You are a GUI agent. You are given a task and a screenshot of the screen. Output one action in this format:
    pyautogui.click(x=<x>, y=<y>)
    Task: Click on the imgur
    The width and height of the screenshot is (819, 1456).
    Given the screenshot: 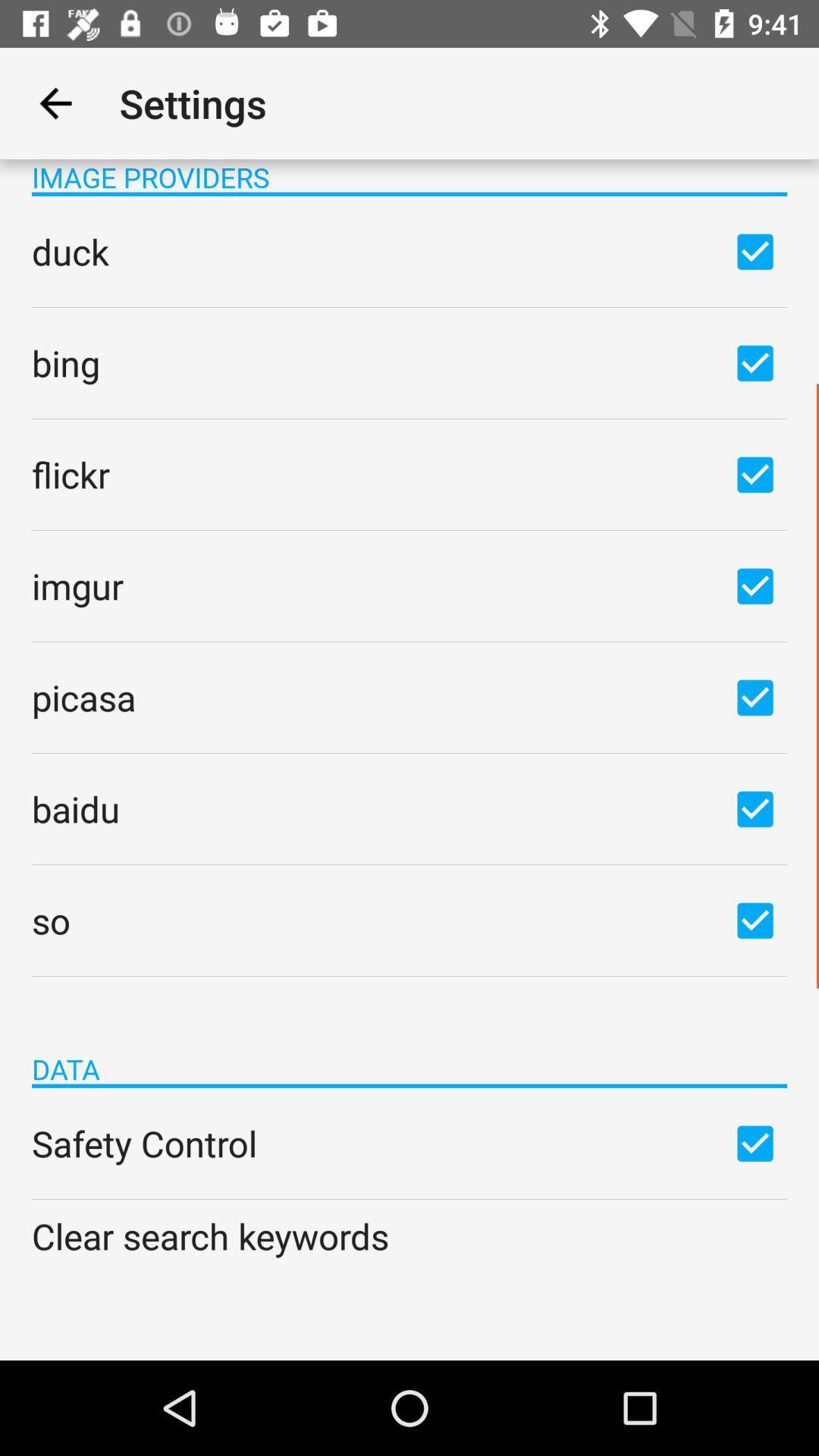 What is the action you would take?
    pyautogui.click(x=755, y=585)
    